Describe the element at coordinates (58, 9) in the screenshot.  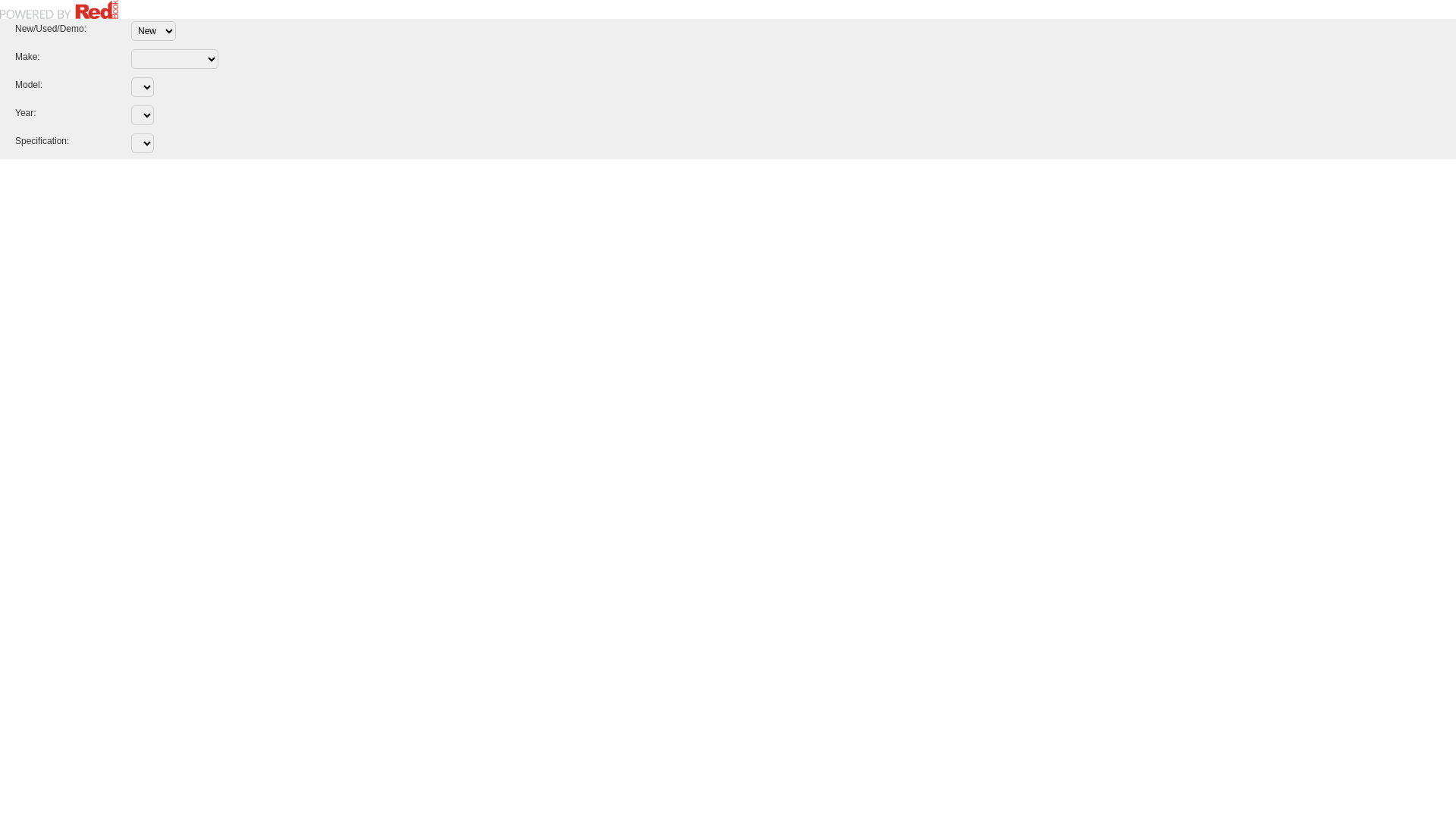
I see `'Red Book'` at that location.